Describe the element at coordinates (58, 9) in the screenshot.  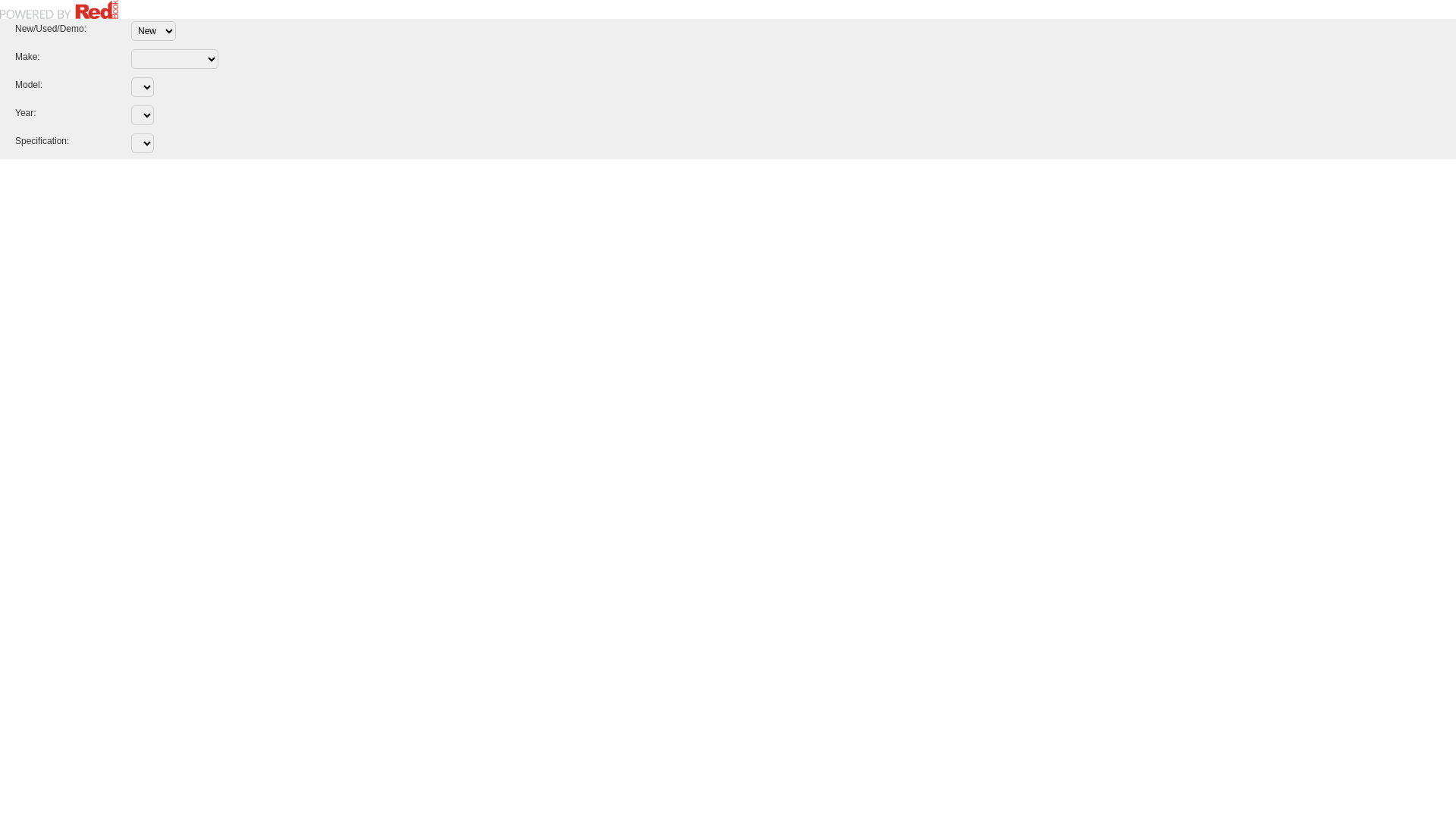
I see `'Red Book'` at that location.